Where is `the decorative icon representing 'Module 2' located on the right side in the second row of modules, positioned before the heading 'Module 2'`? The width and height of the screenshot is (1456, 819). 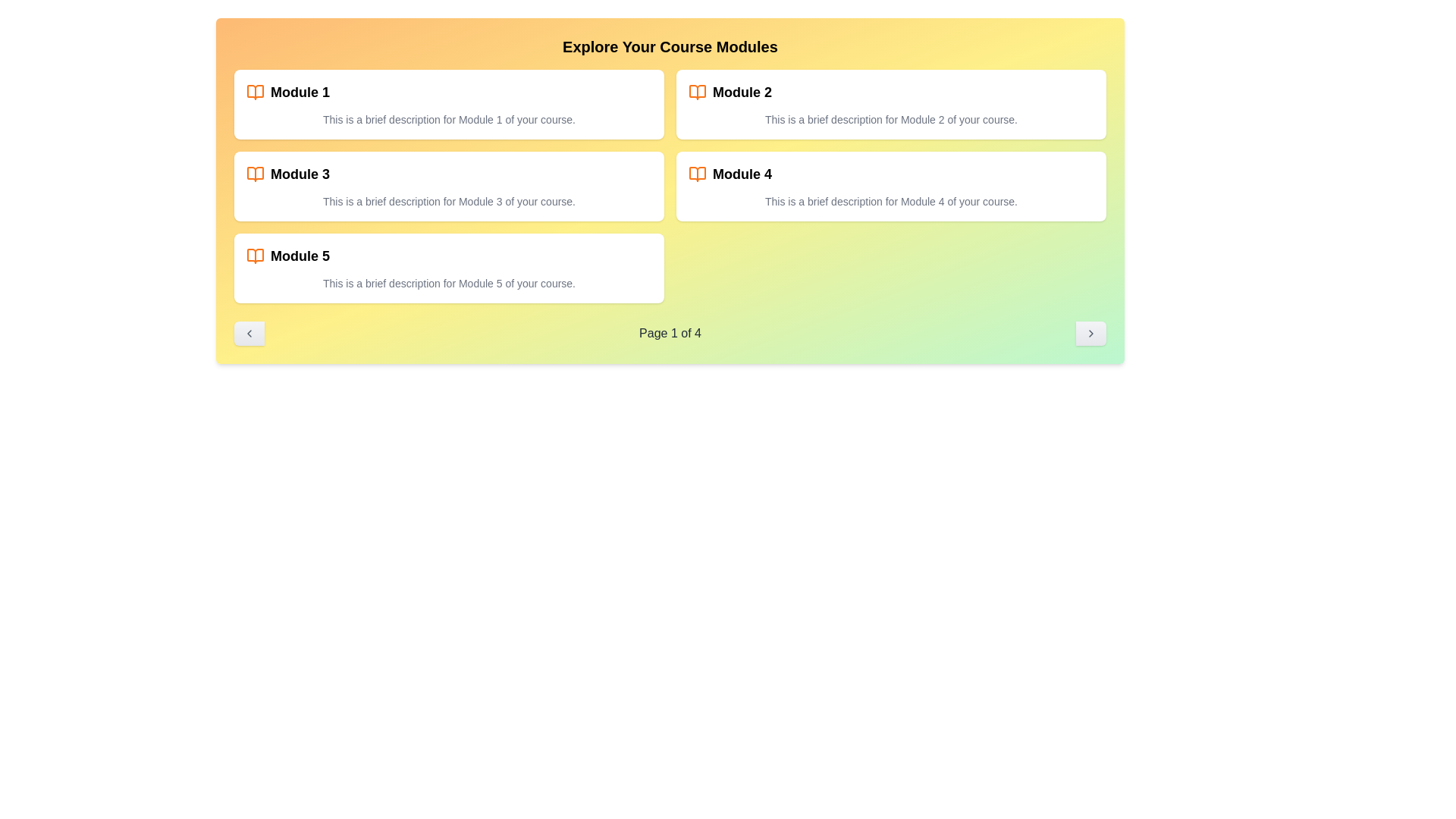 the decorative icon representing 'Module 2' located on the right side in the second row of modules, positioned before the heading 'Module 2' is located at coordinates (697, 93).